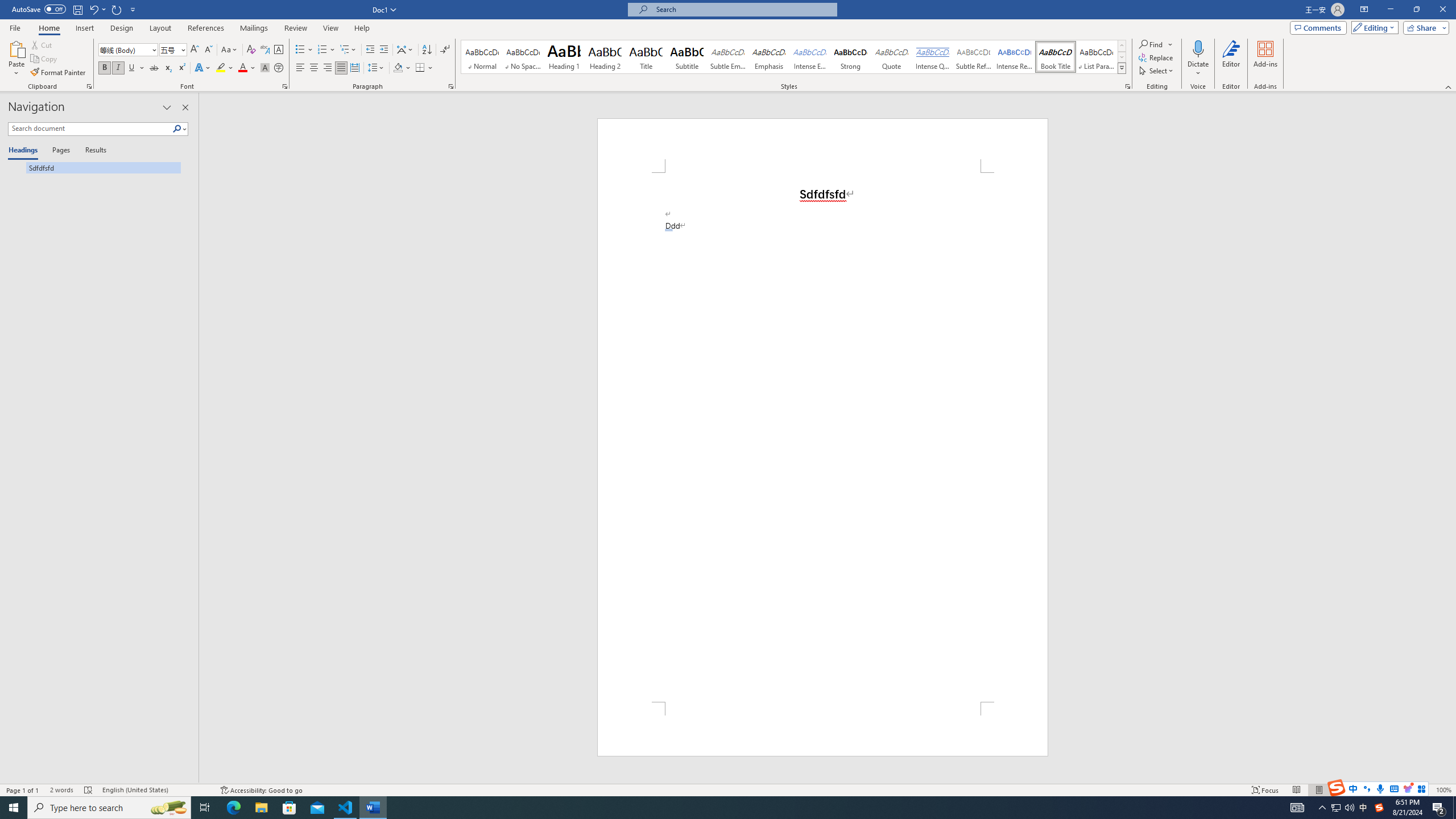 Image resolution: width=1456 pixels, height=819 pixels. What do you see at coordinates (1015, 56) in the screenshot?
I see `'Intense Reference'` at bounding box center [1015, 56].